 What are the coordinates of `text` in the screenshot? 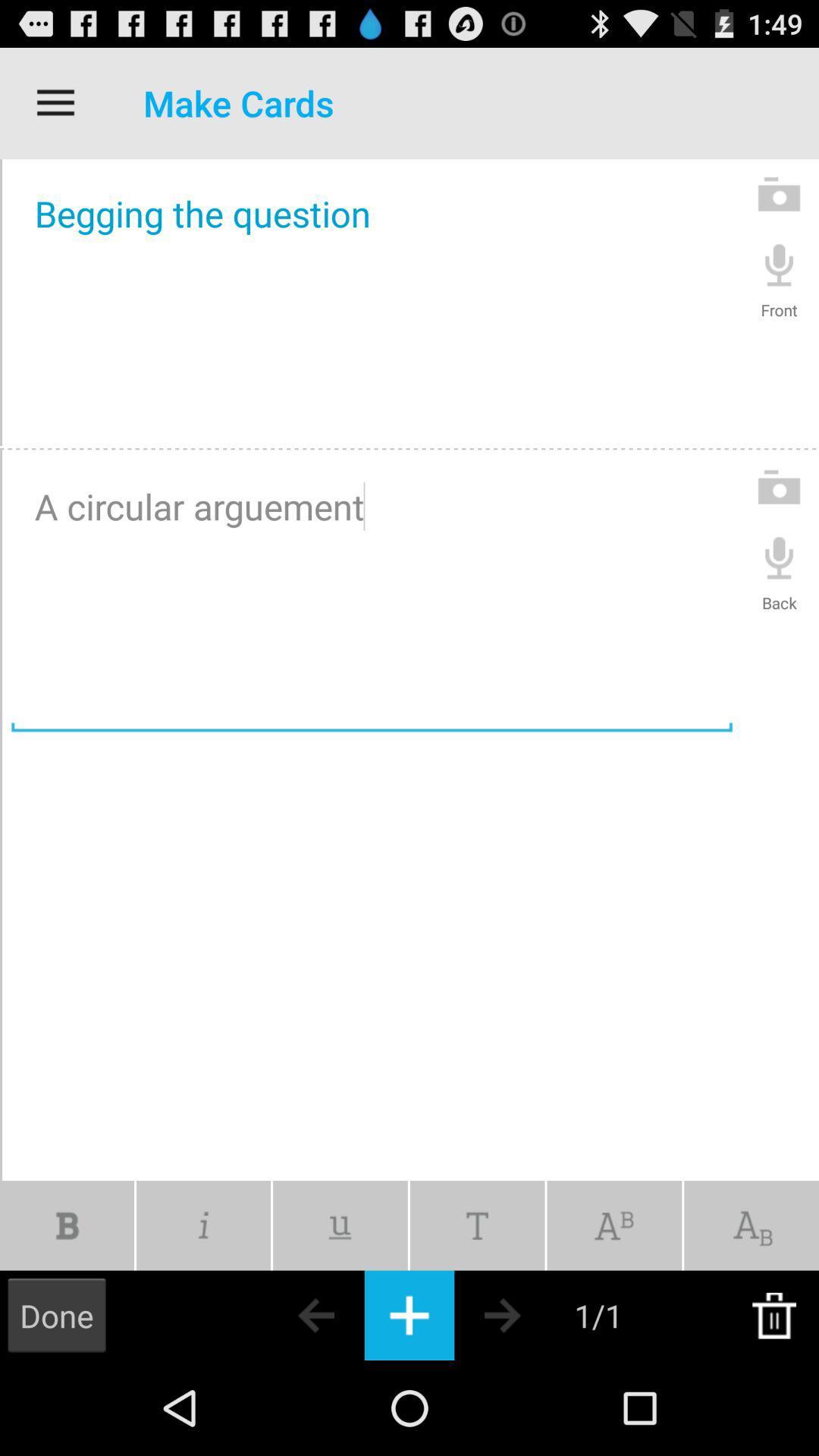 It's located at (476, 1225).